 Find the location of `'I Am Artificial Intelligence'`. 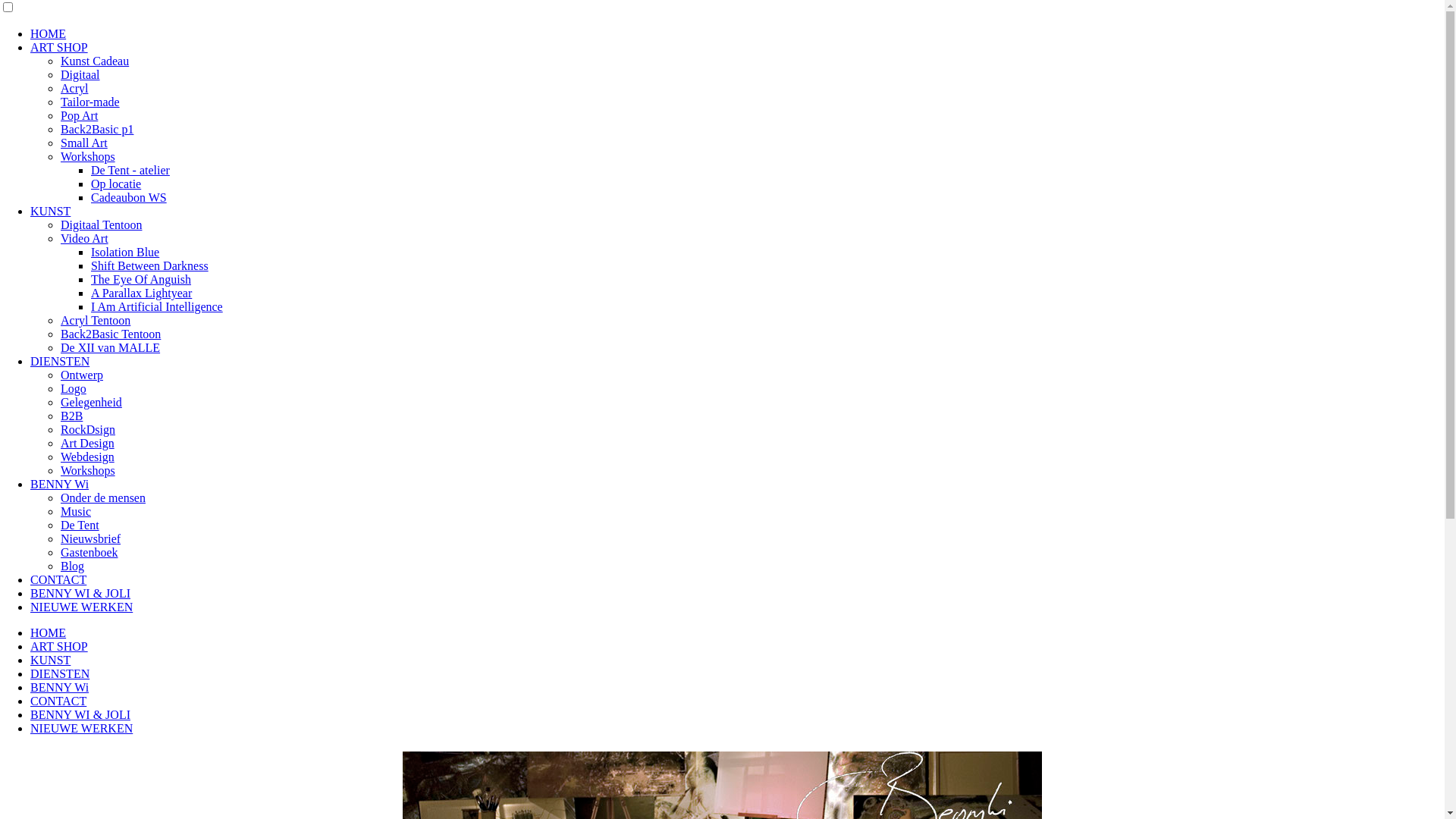

'I Am Artificial Intelligence' is located at coordinates (156, 306).